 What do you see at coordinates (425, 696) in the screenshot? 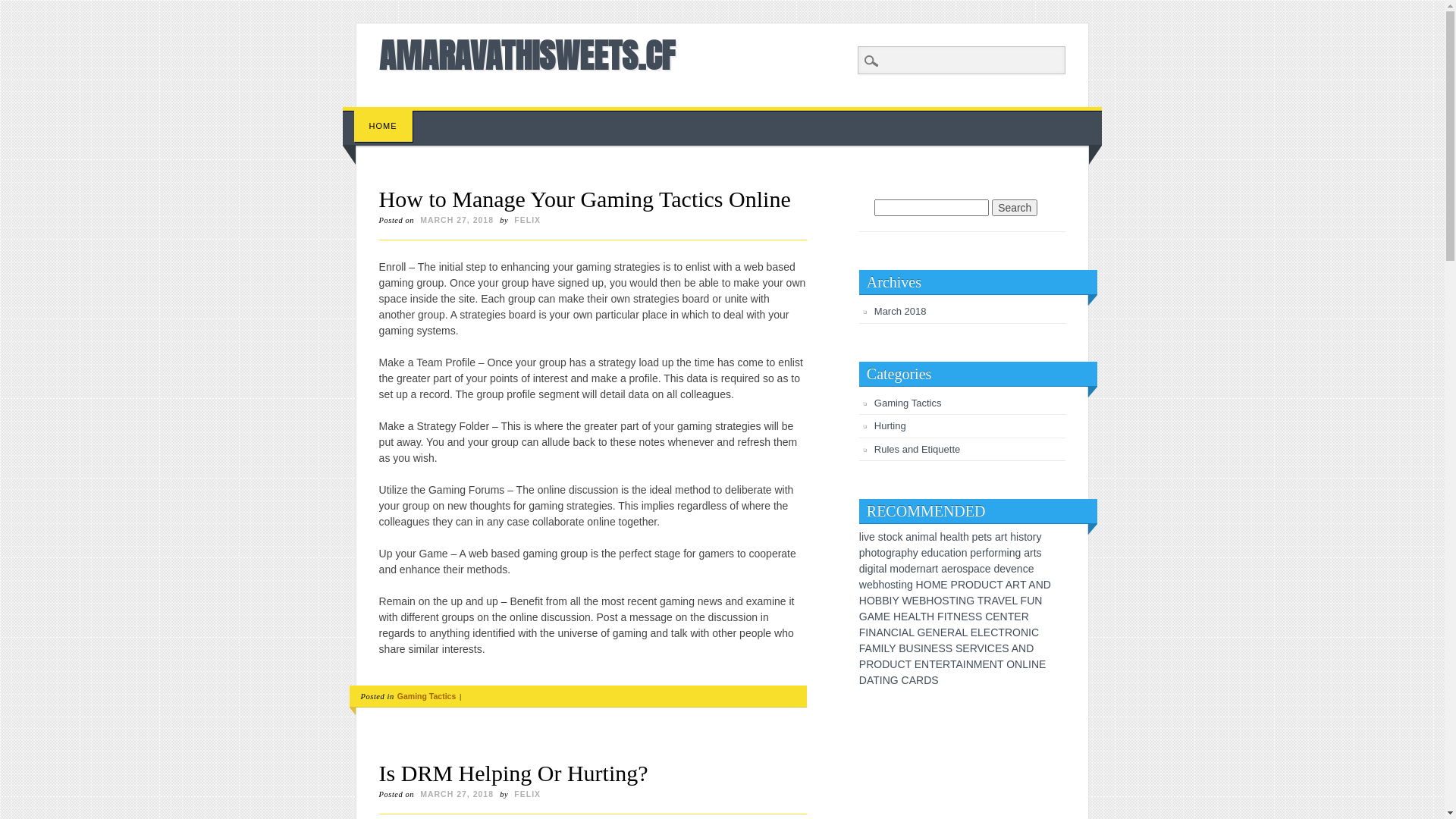
I see `'Gaming Tactics'` at bounding box center [425, 696].